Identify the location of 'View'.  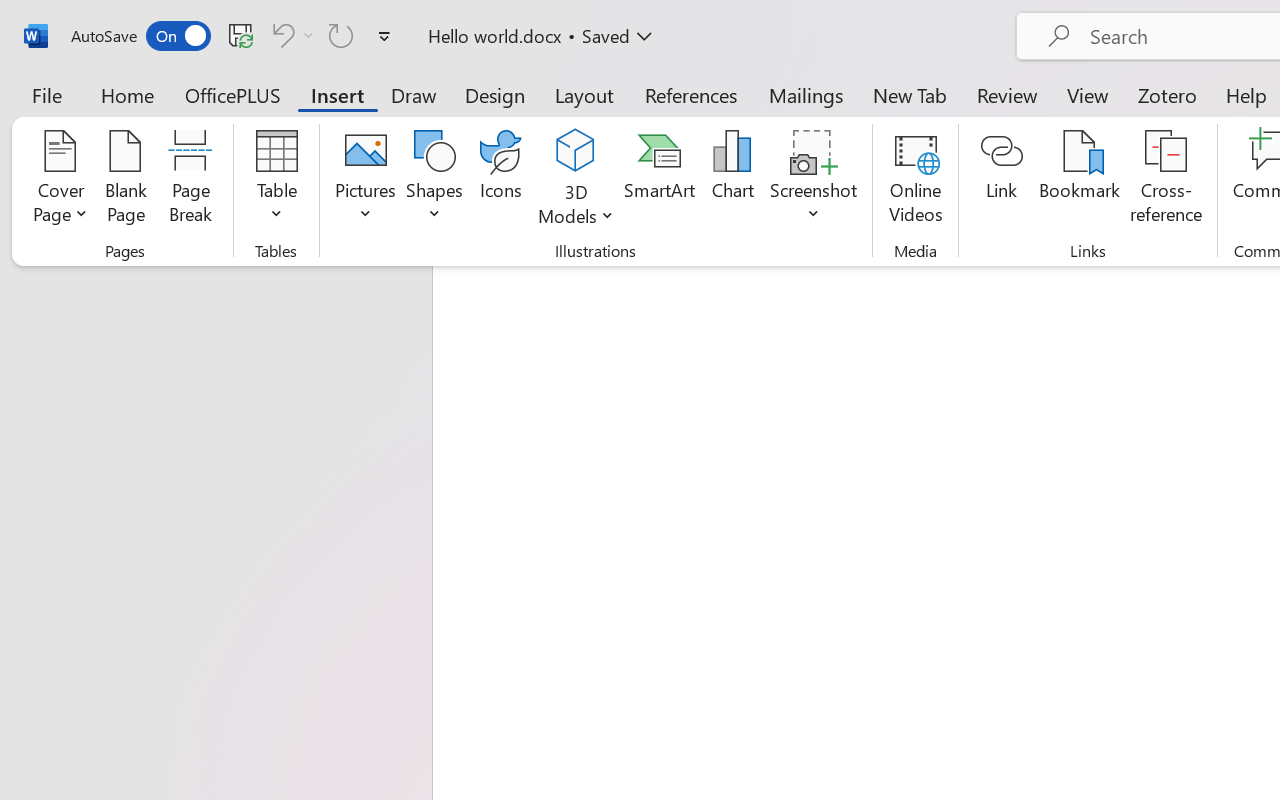
(1087, 94).